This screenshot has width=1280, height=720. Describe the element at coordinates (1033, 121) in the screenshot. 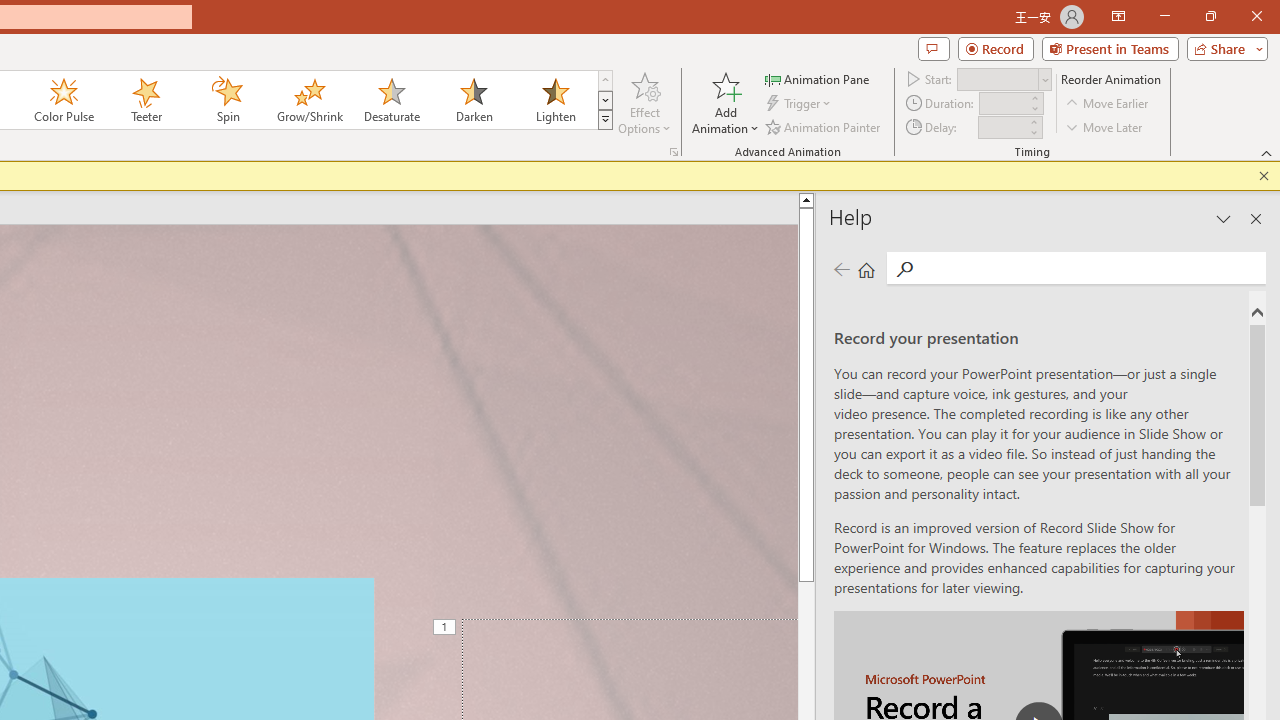

I see `'More'` at that location.